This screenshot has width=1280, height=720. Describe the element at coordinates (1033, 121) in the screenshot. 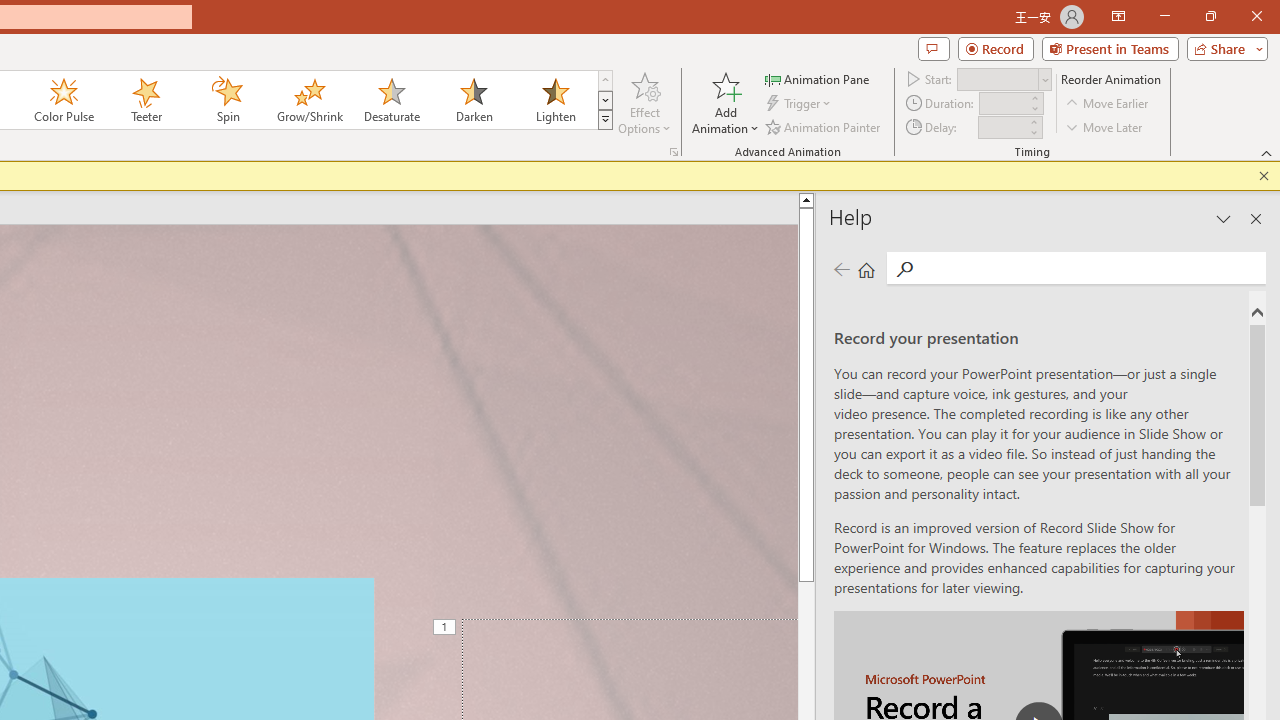

I see `'More'` at that location.